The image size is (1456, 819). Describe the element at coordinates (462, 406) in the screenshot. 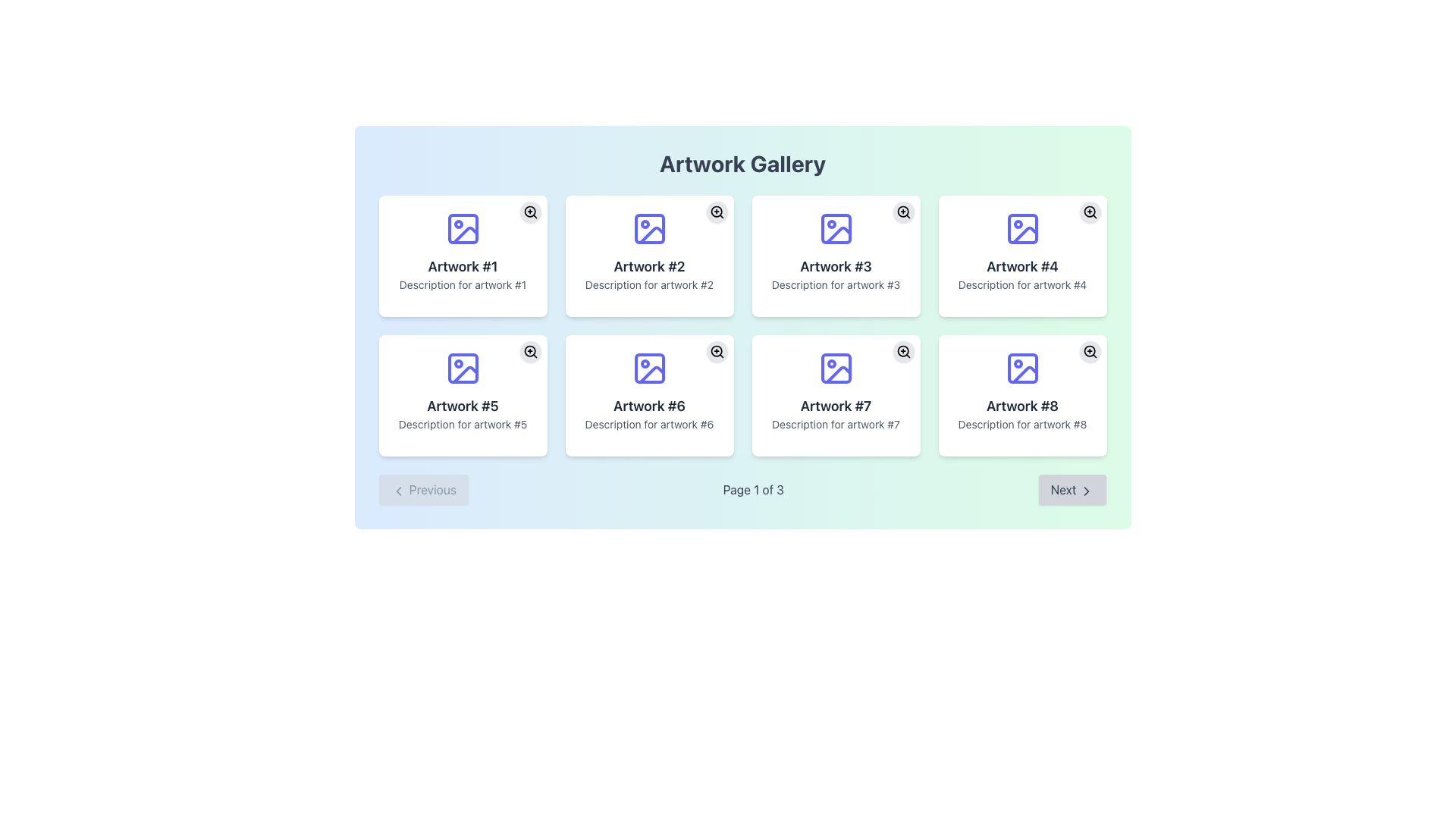

I see `the 'Artwork #5' text label` at that location.